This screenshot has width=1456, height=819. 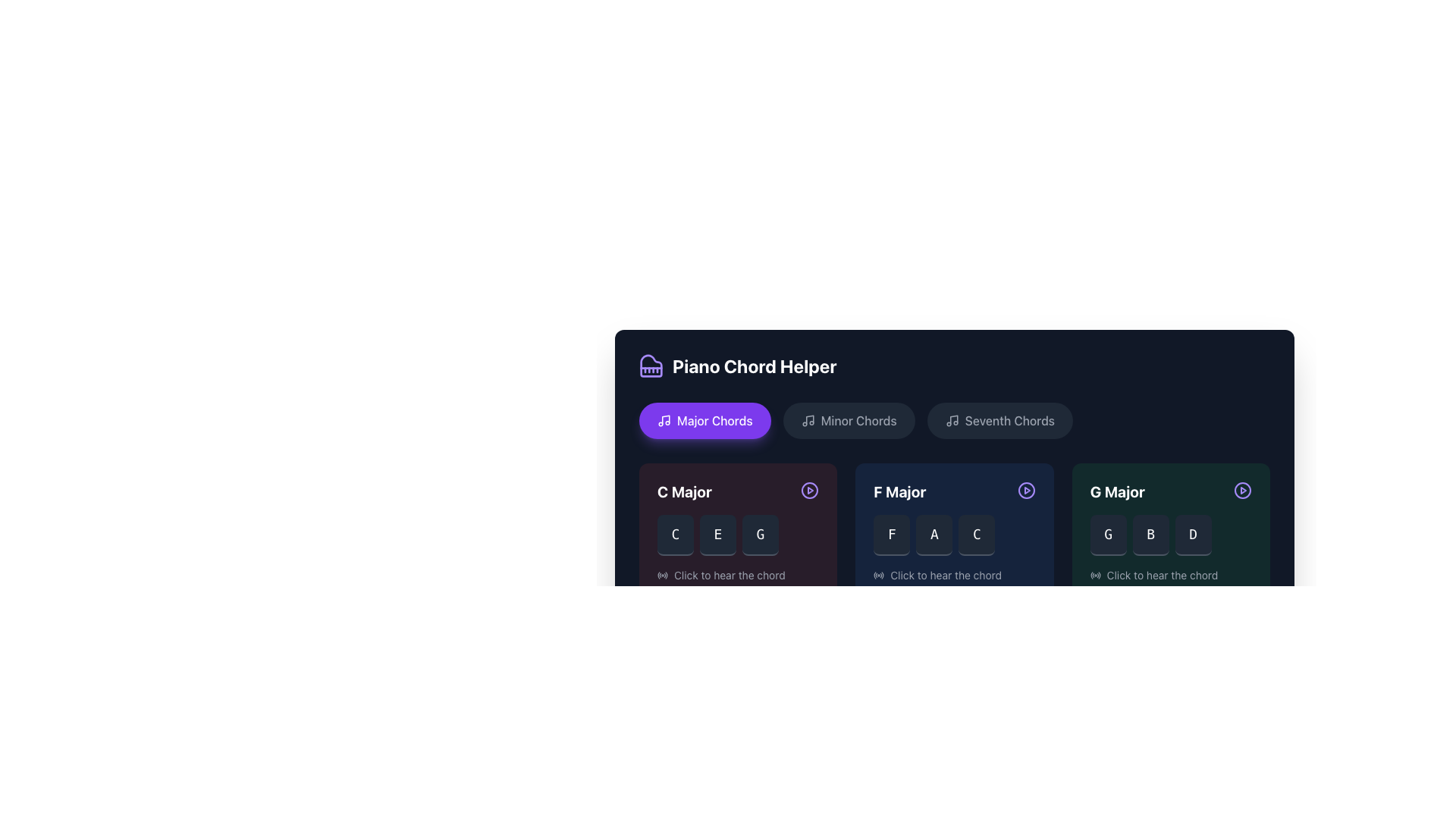 I want to click on the 'C' note button in the 'F Major' chord card, so click(x=976, y=534).